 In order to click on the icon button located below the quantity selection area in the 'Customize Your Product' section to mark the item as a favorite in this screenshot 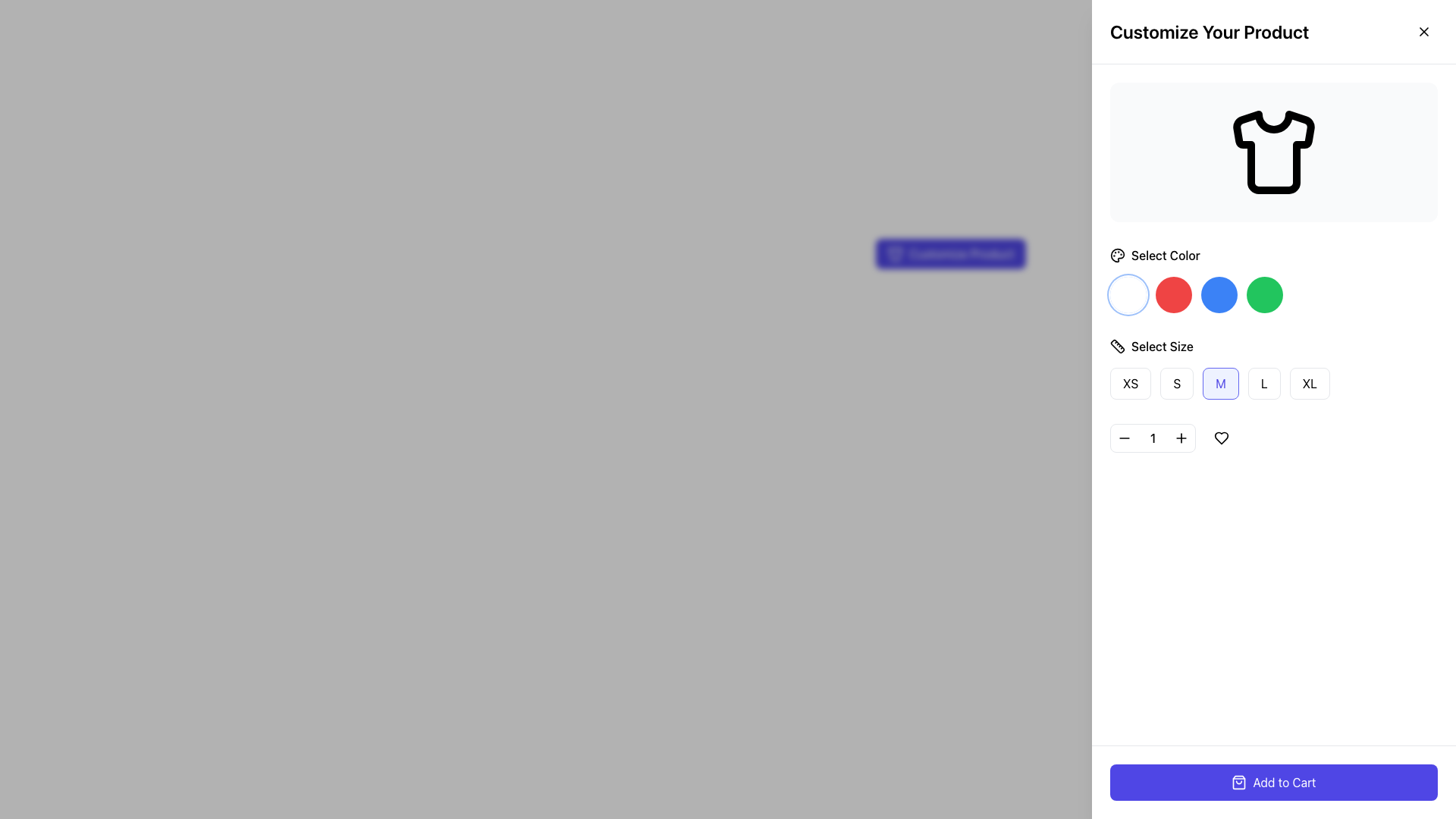, I will do `click(1222, 438)`.